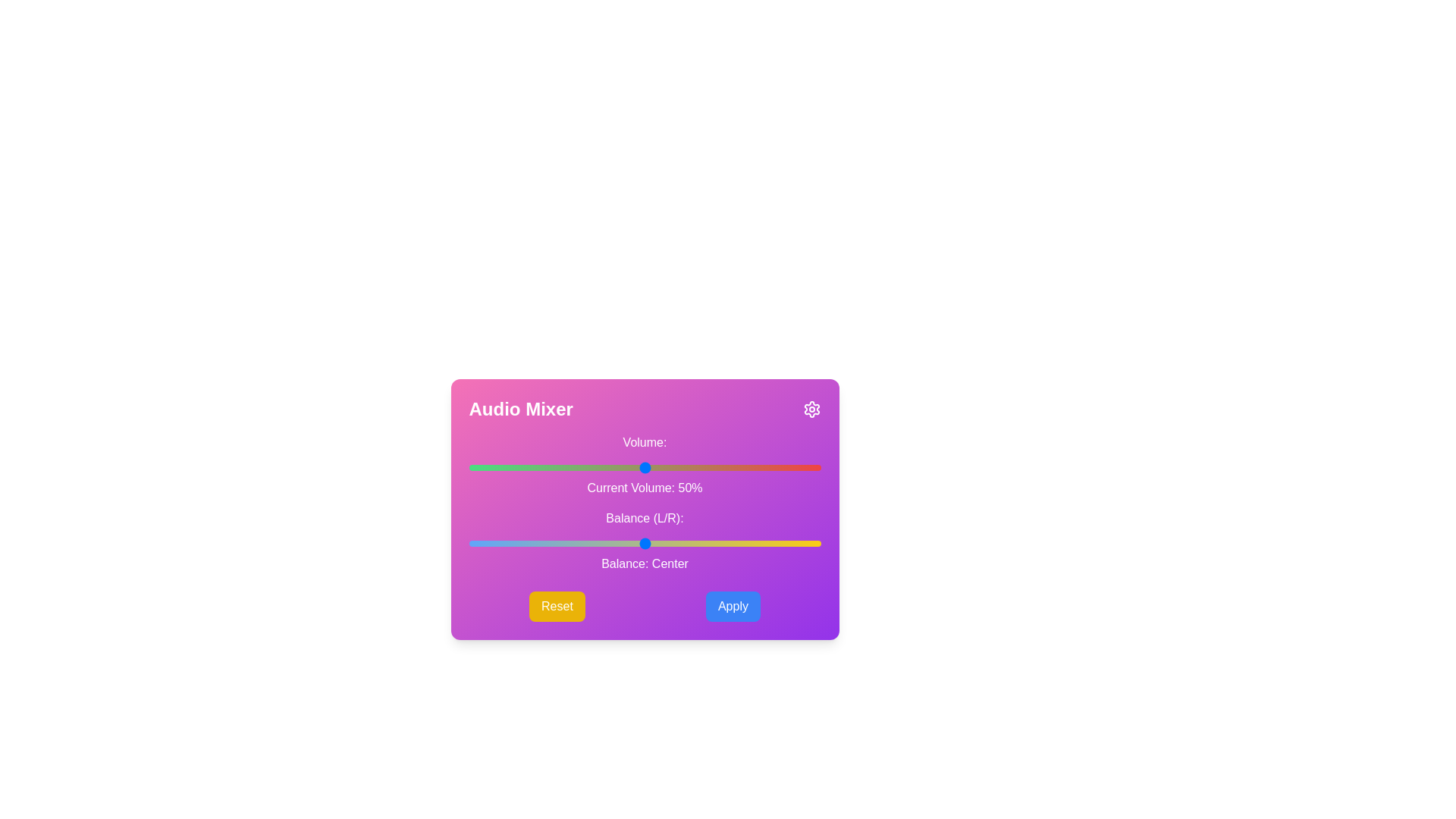 Image resolution: width=1456 pixels, height=819 pixels. What do you see at coordinates (522, 467) in the screenshot?
I see `the volume slider to set the volume to 15%` at bounding box center [522, 467].